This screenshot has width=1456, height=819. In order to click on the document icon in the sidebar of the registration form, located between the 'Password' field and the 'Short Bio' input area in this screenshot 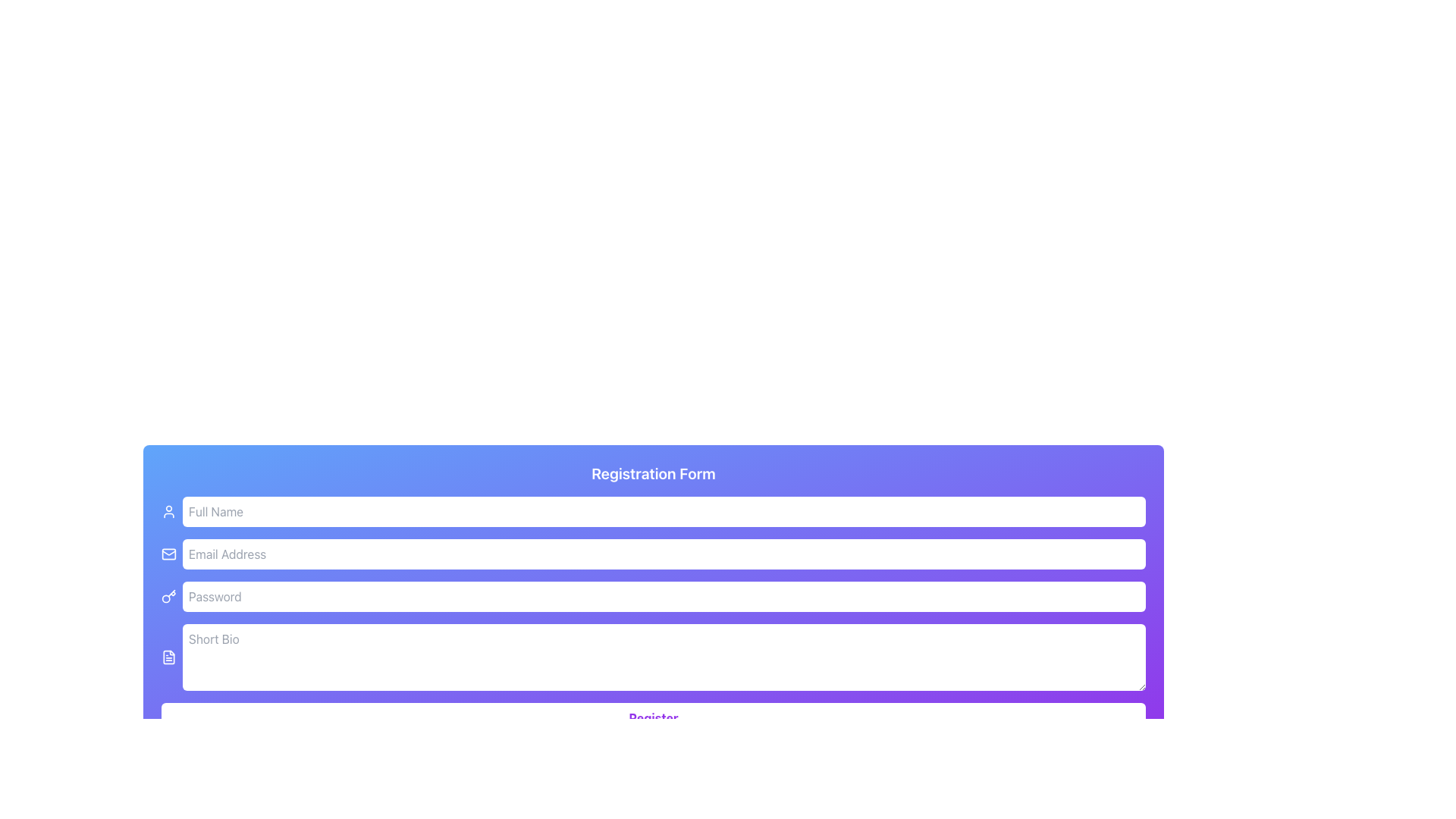, I will do `click(168, 657)`.